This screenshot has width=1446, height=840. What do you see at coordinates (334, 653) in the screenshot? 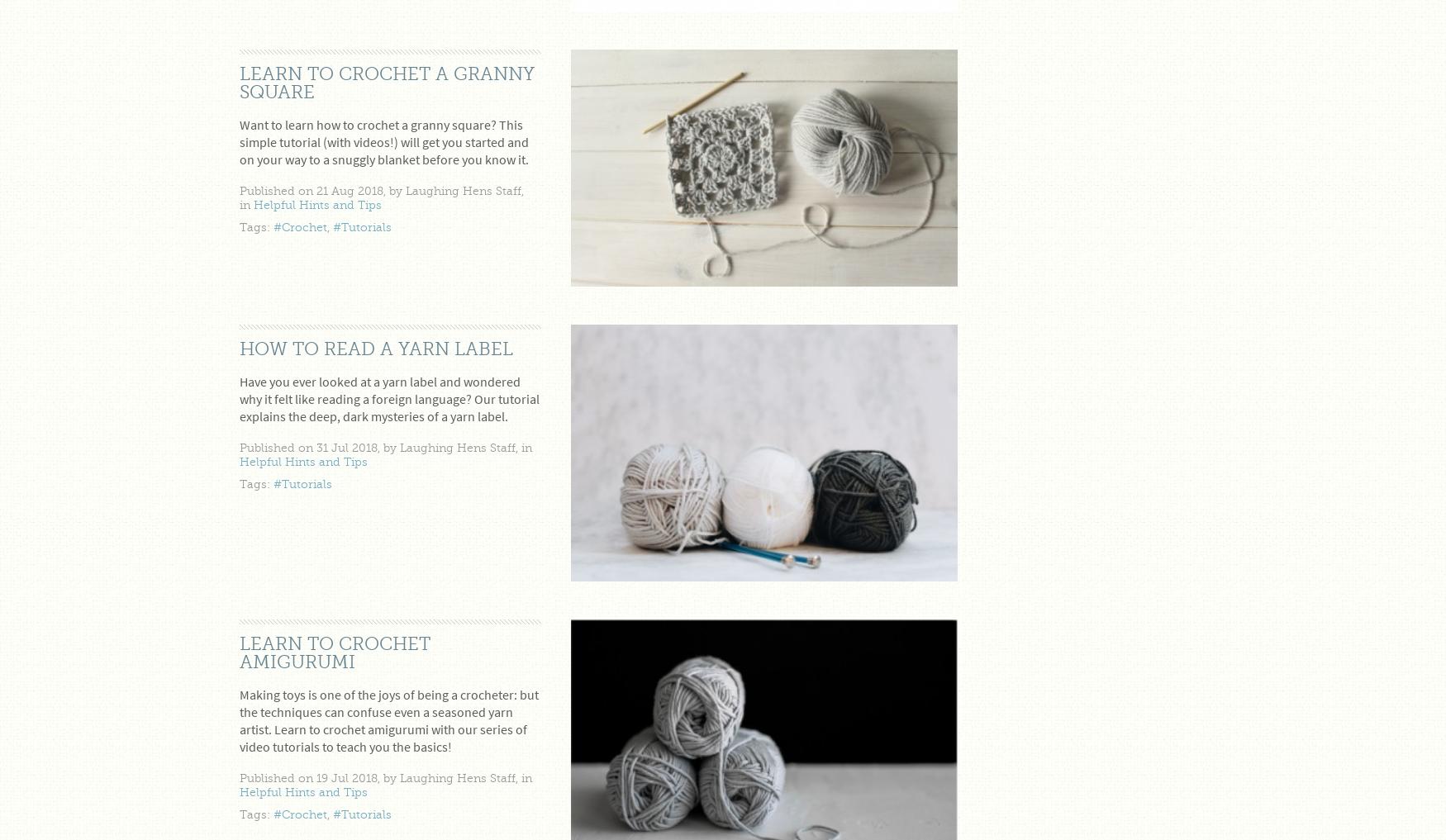
I see `'Learn to crochet amigurumi'` at bounding box center [334, 653].